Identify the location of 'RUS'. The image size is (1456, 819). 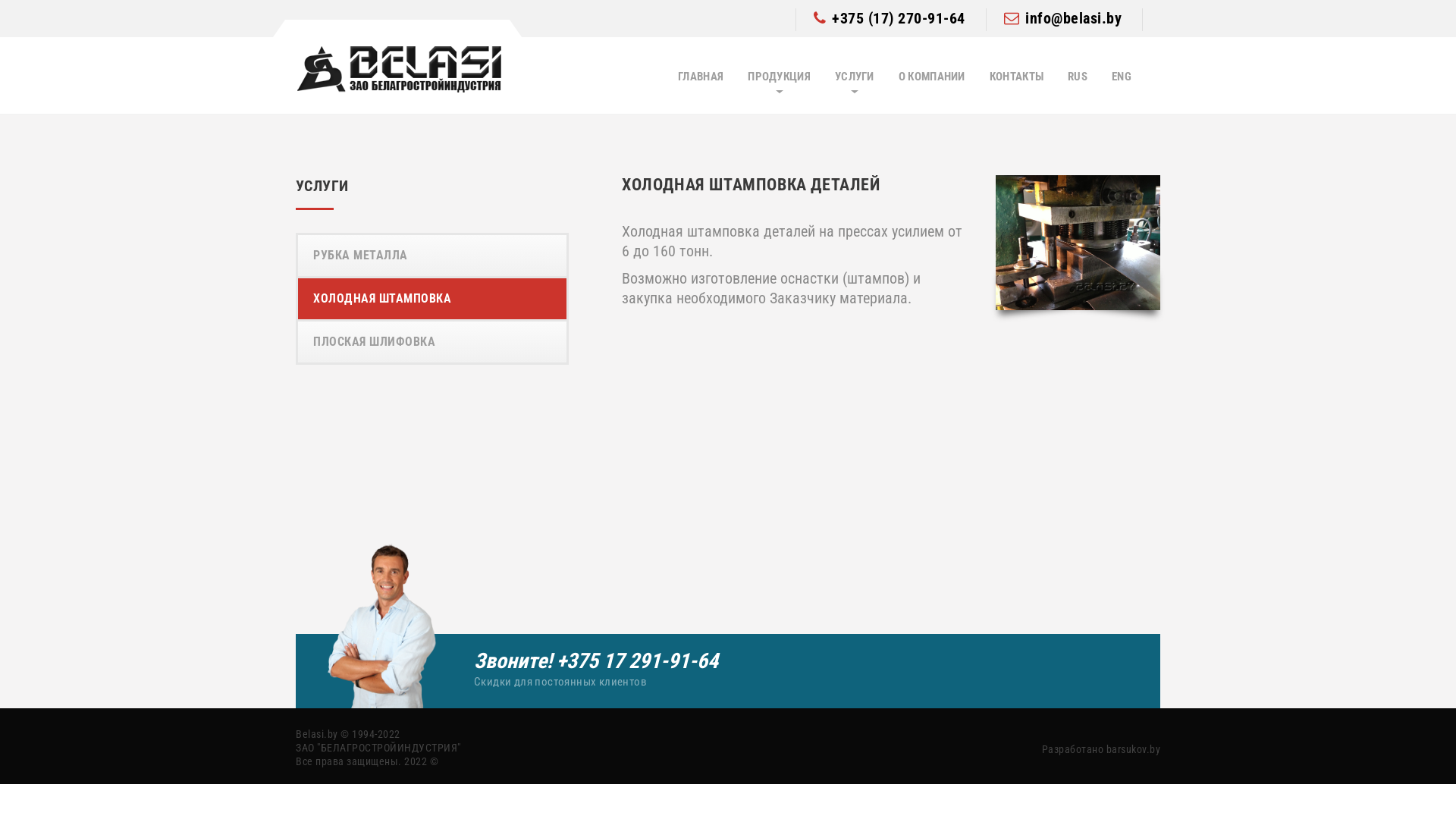
(1076, 77).